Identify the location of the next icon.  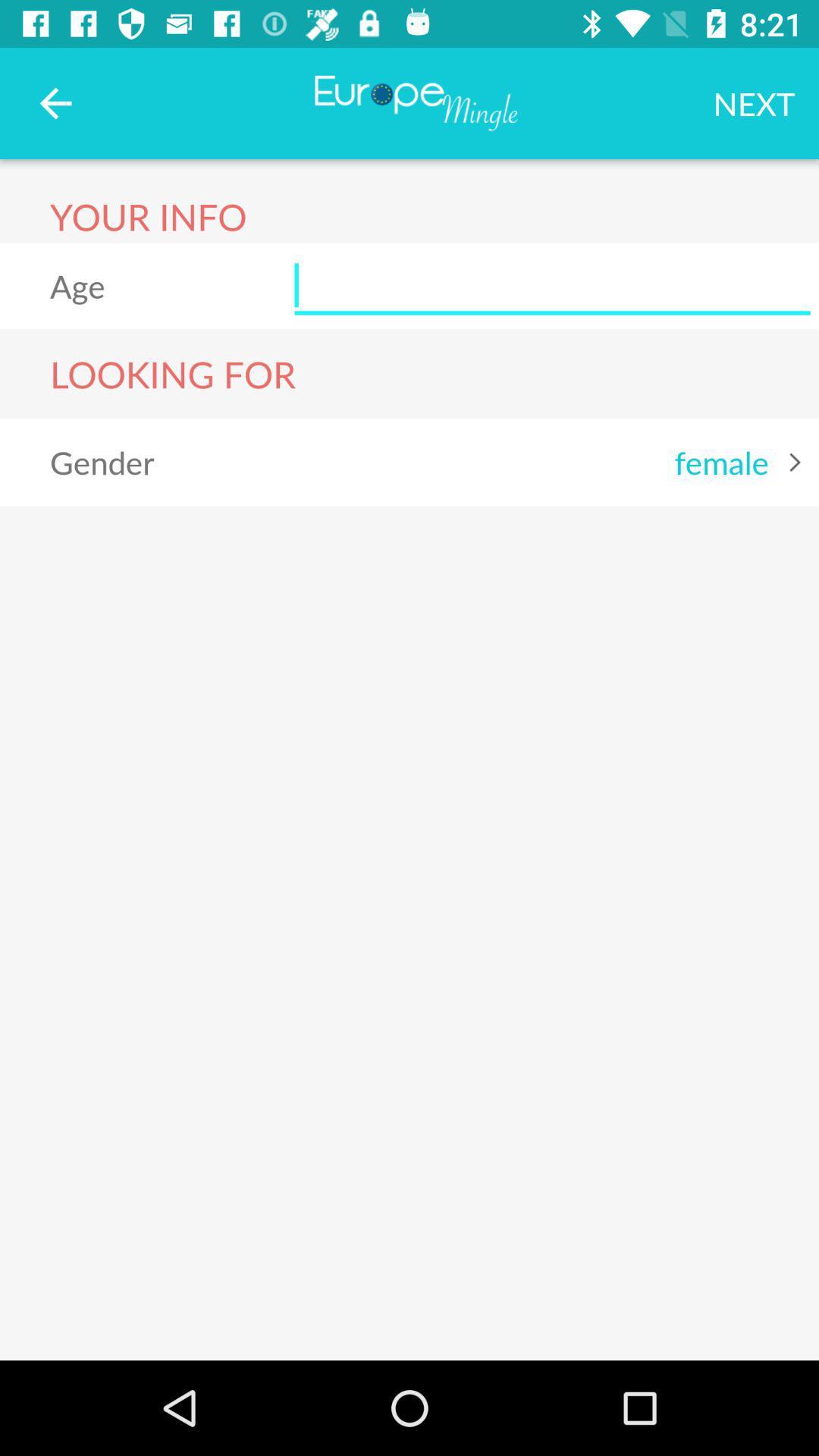
(754, 102).